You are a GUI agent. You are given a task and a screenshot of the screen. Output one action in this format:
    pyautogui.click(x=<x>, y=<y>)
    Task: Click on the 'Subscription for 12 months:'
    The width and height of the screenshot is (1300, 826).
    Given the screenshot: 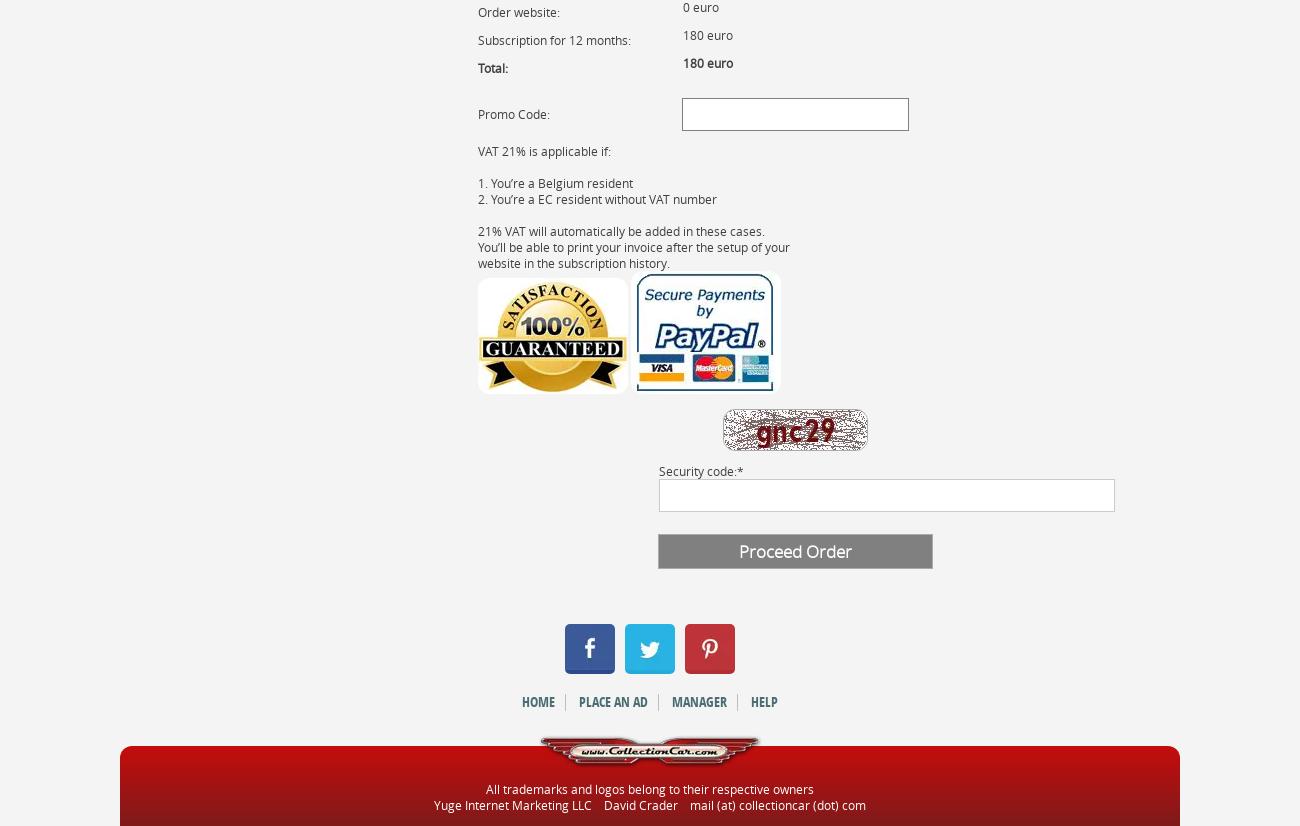 What is the action you would take?
    pyautogui.click(x=552, y=37)
    